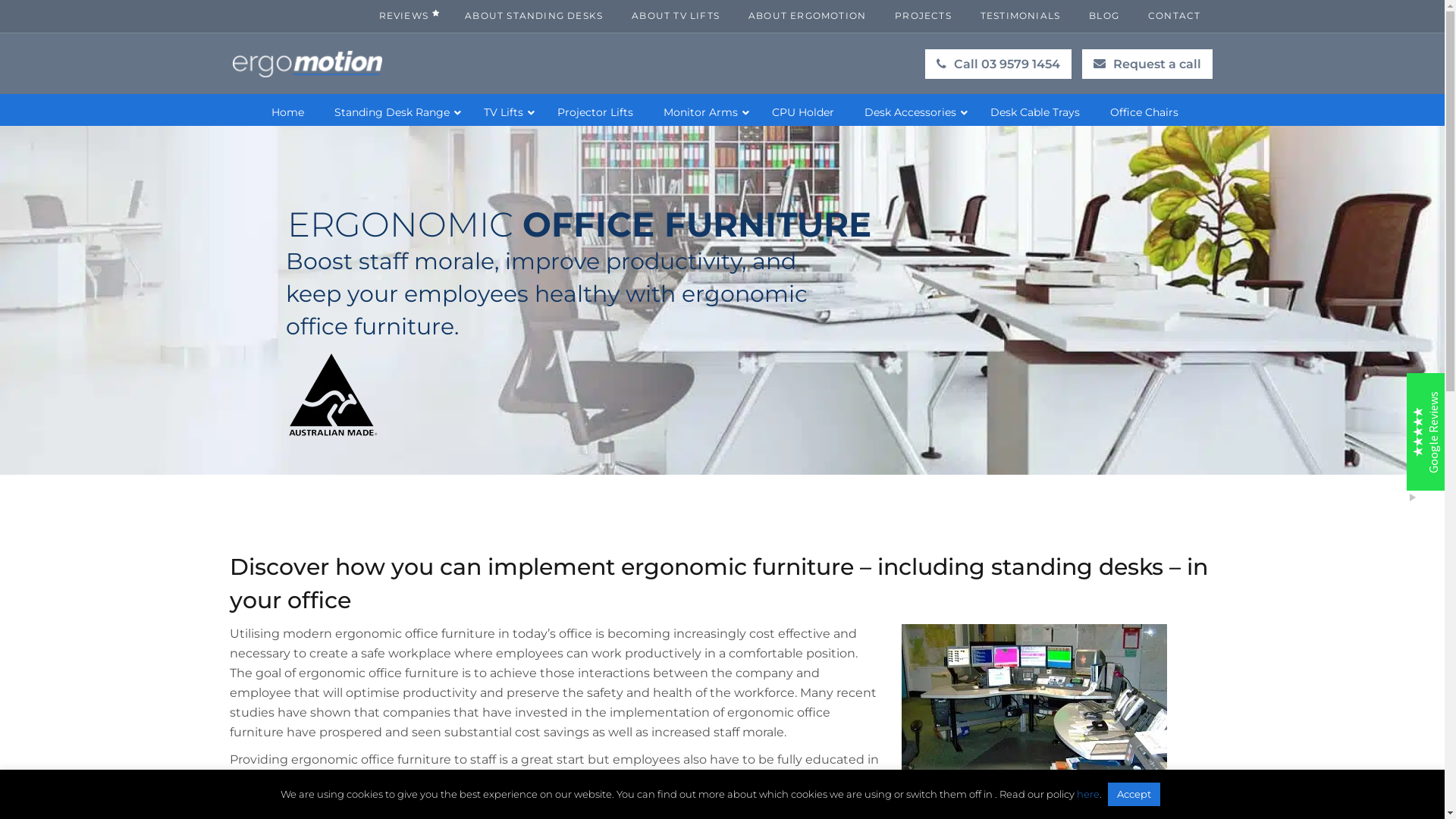 This screenshot has height=819, width=1456. I want to click on 'Call 03 9579 1454', so click(924, 63).